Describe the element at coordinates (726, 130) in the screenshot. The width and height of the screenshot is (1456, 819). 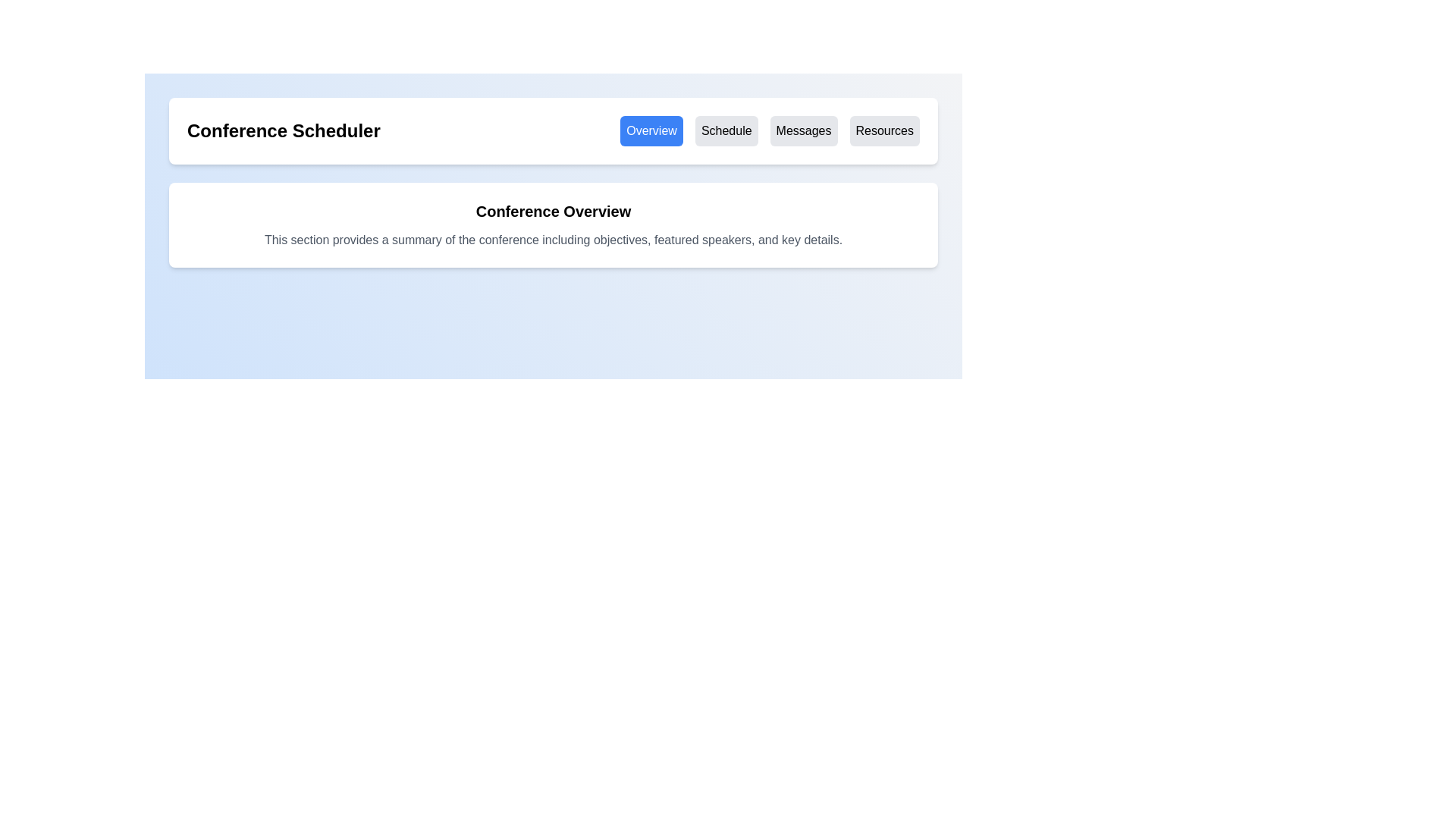
I see `the 'Schedule' button` at that location.